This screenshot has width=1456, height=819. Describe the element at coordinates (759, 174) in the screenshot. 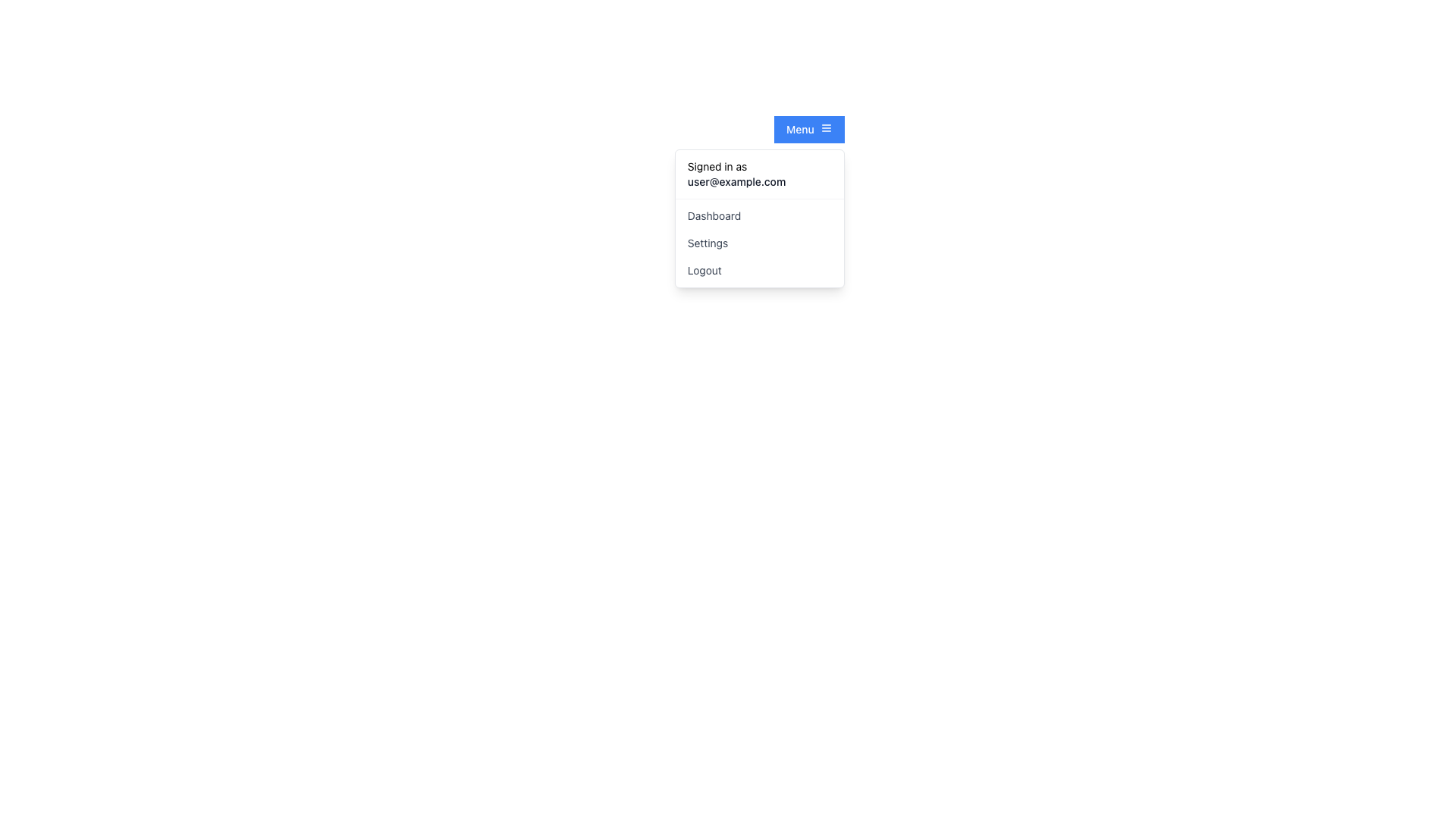

I see `the text display that shows the user's signed-in email address, which is the first item in the dropdown menu below the 'Menu' button` at that location.